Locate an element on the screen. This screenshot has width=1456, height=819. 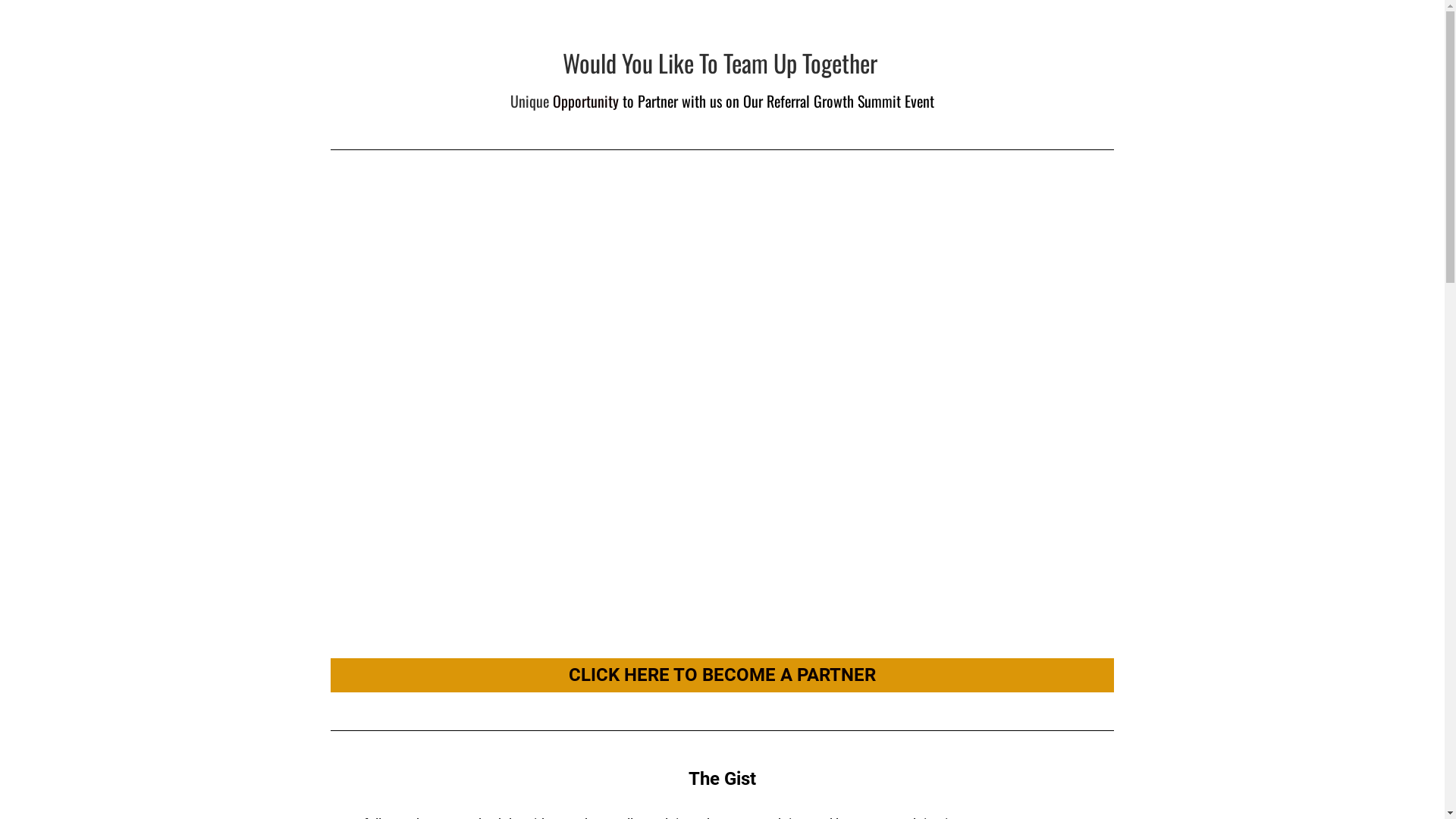
'CLICK HERE TO BECOME A PARTNER' is located at coordinates (721, 674).